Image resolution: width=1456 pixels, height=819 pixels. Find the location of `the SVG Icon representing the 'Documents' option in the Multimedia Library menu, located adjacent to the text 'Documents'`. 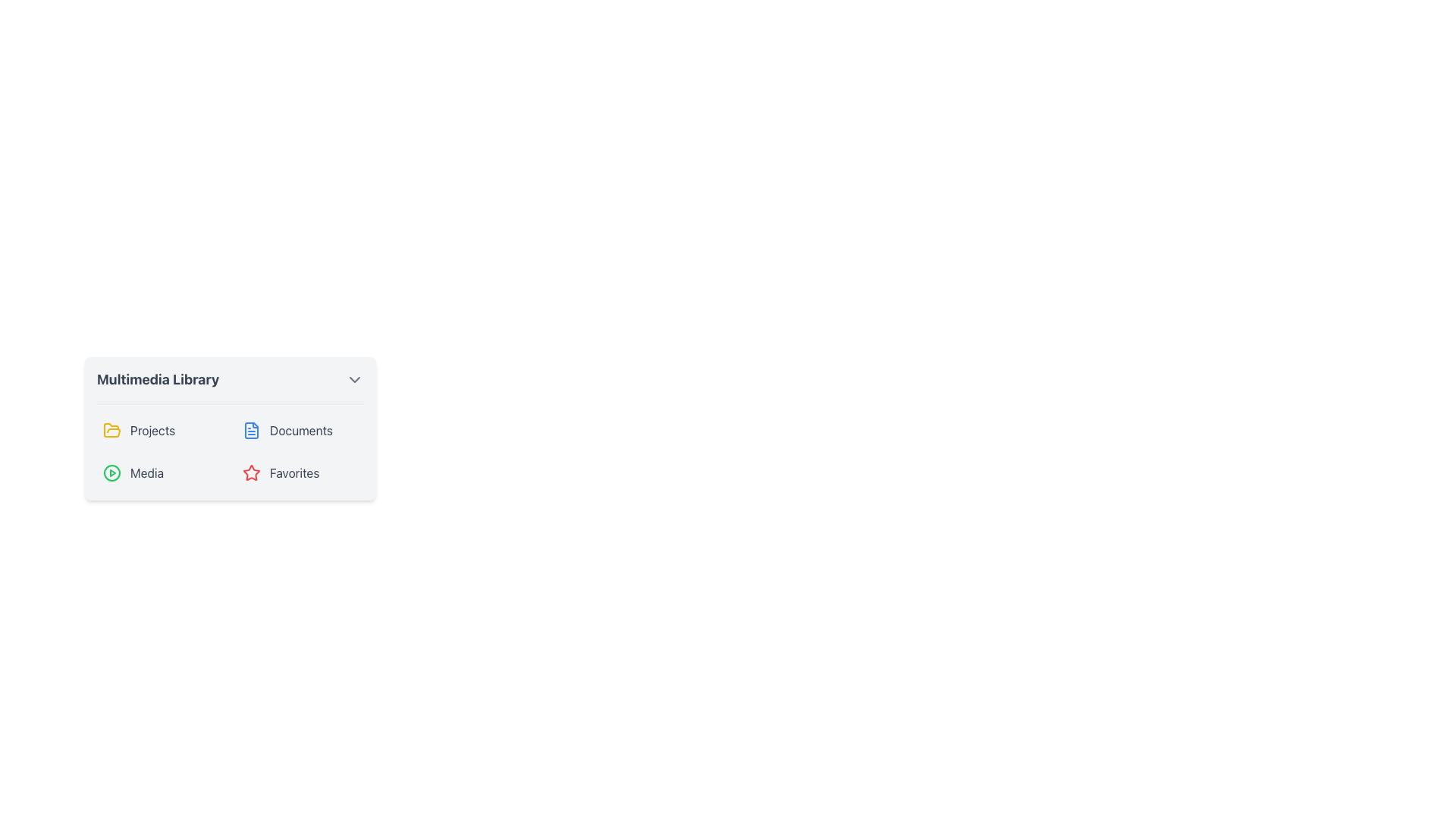

the SVG Icon representing the 'Documents' option in the Multimedia Library menu, located adjacent to the text 'Documents' is located at coordinates (251, 430).